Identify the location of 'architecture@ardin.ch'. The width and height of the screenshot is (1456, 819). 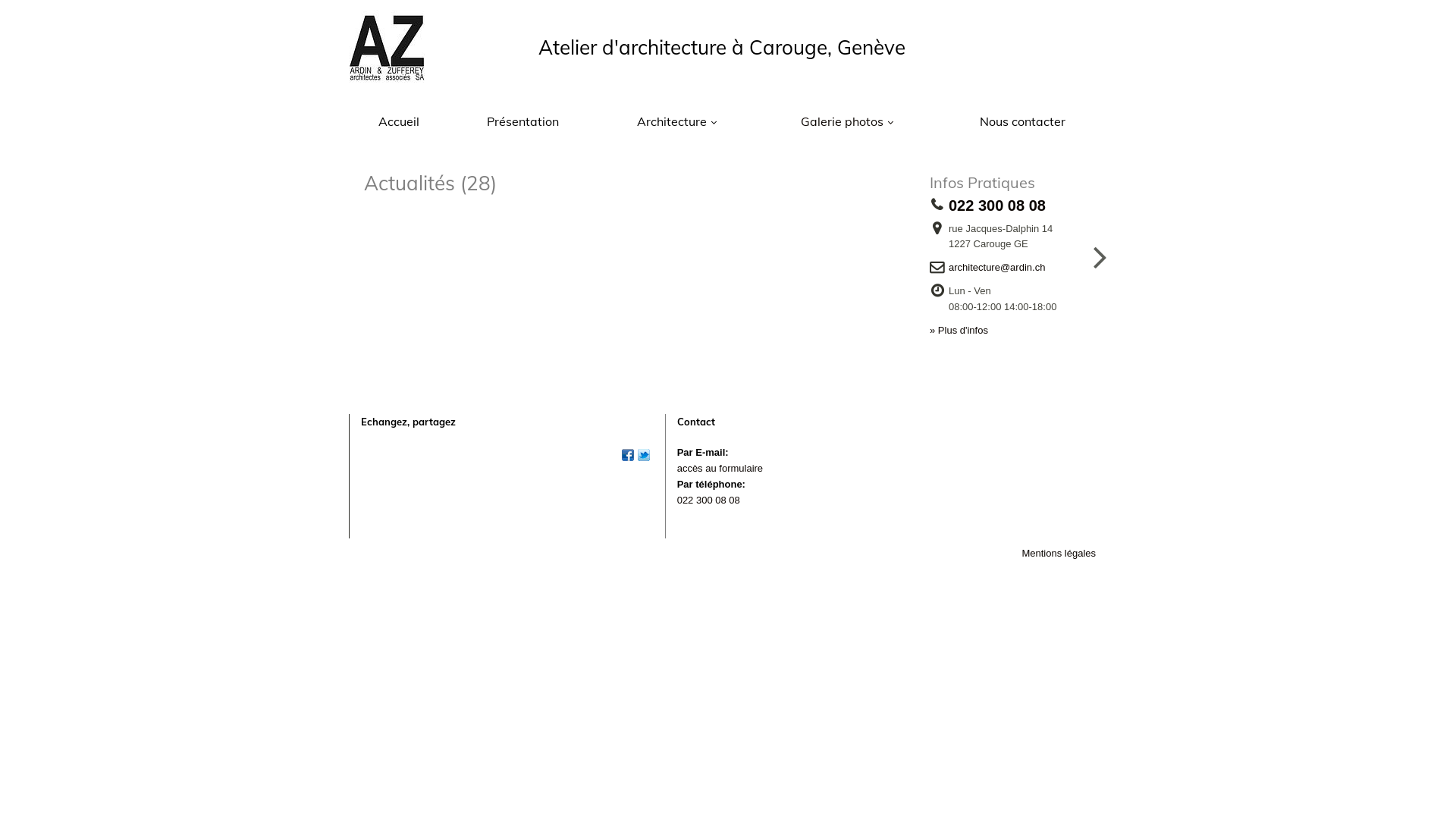
(1001, 267).